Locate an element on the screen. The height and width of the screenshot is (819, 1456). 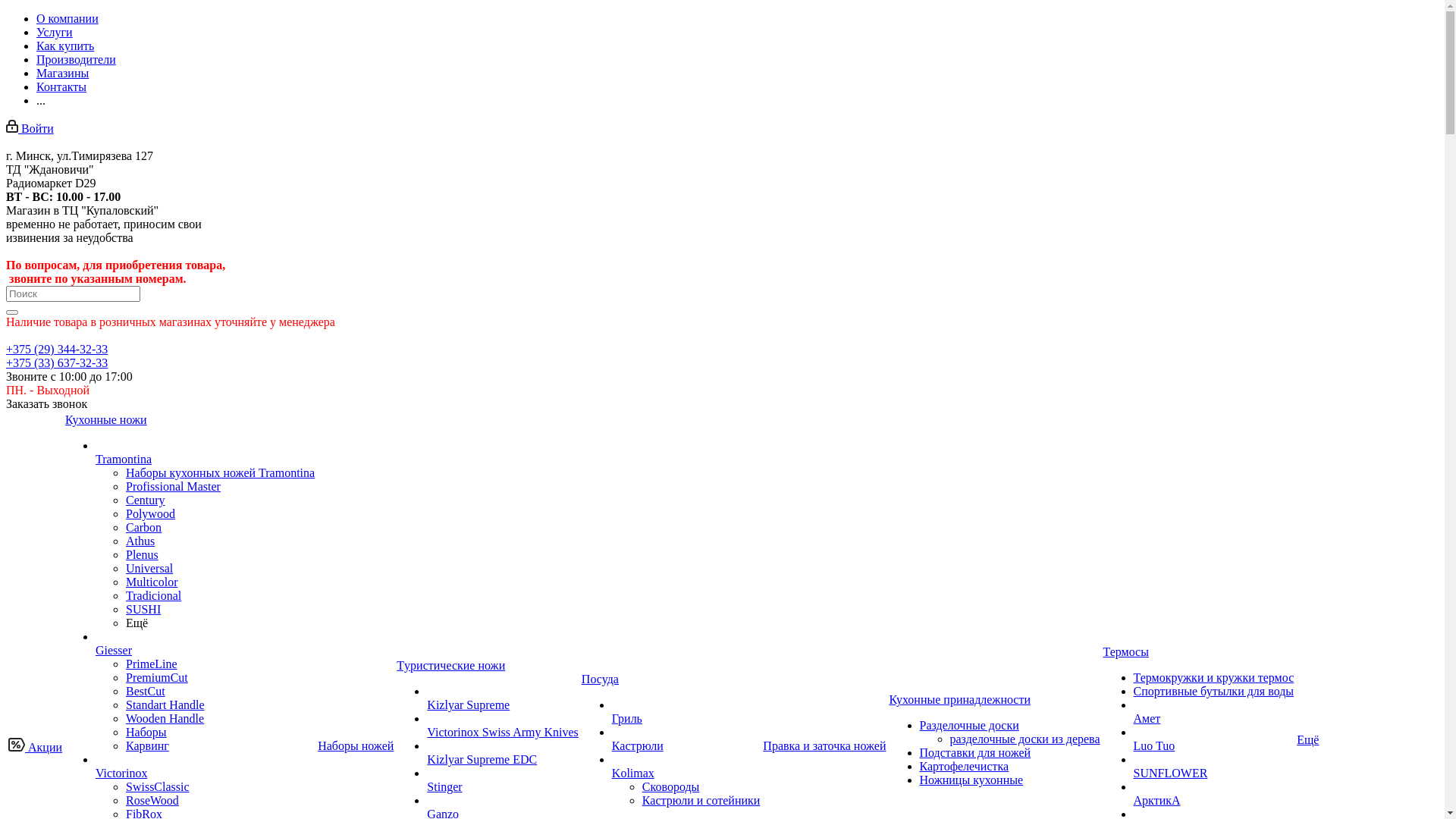
'+375 (29) 344-32-33' is located at coordinates (6, 349).